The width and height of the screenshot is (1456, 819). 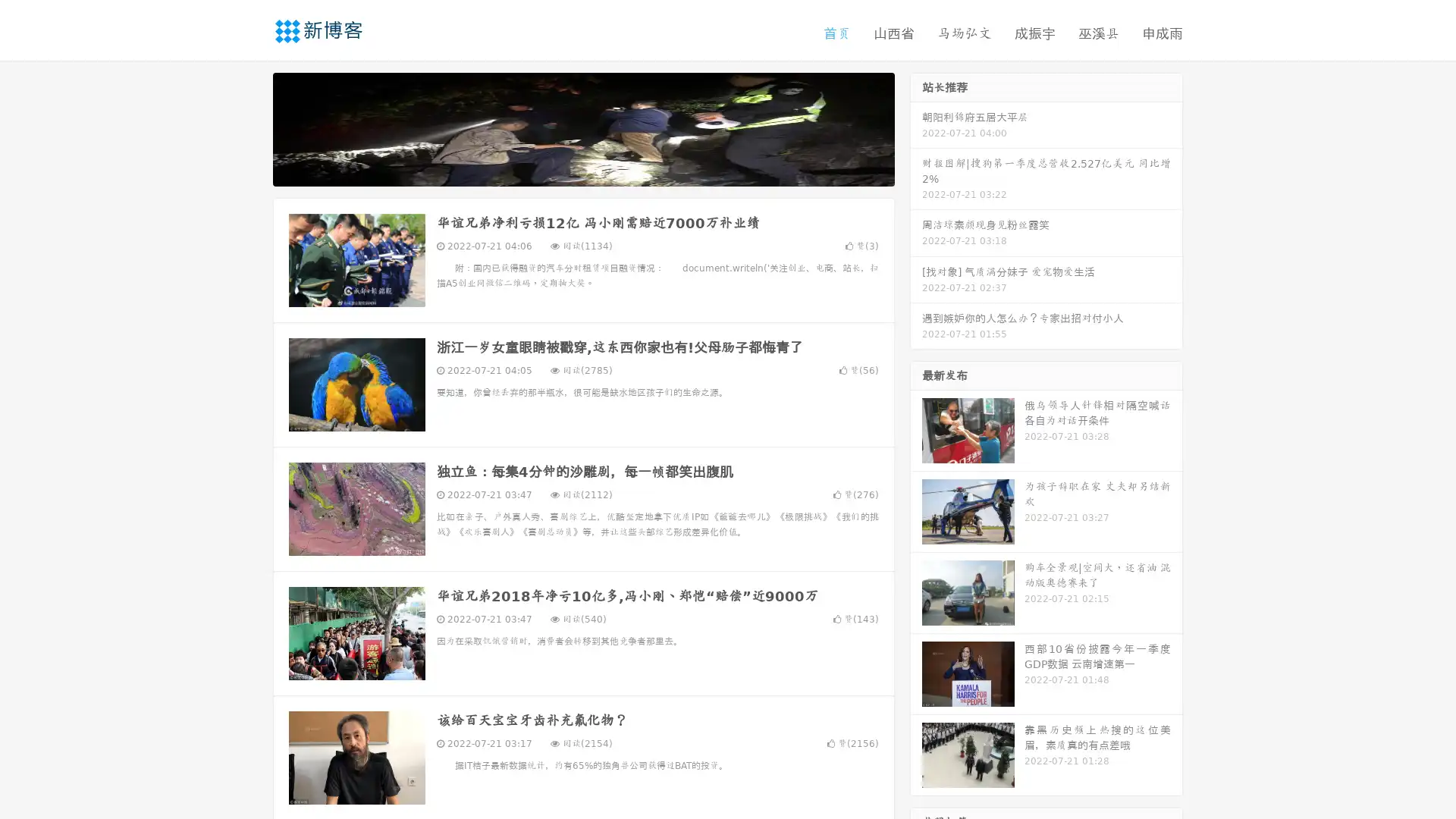 I want to click on Go to slide 3, so click(x=598, y=171).